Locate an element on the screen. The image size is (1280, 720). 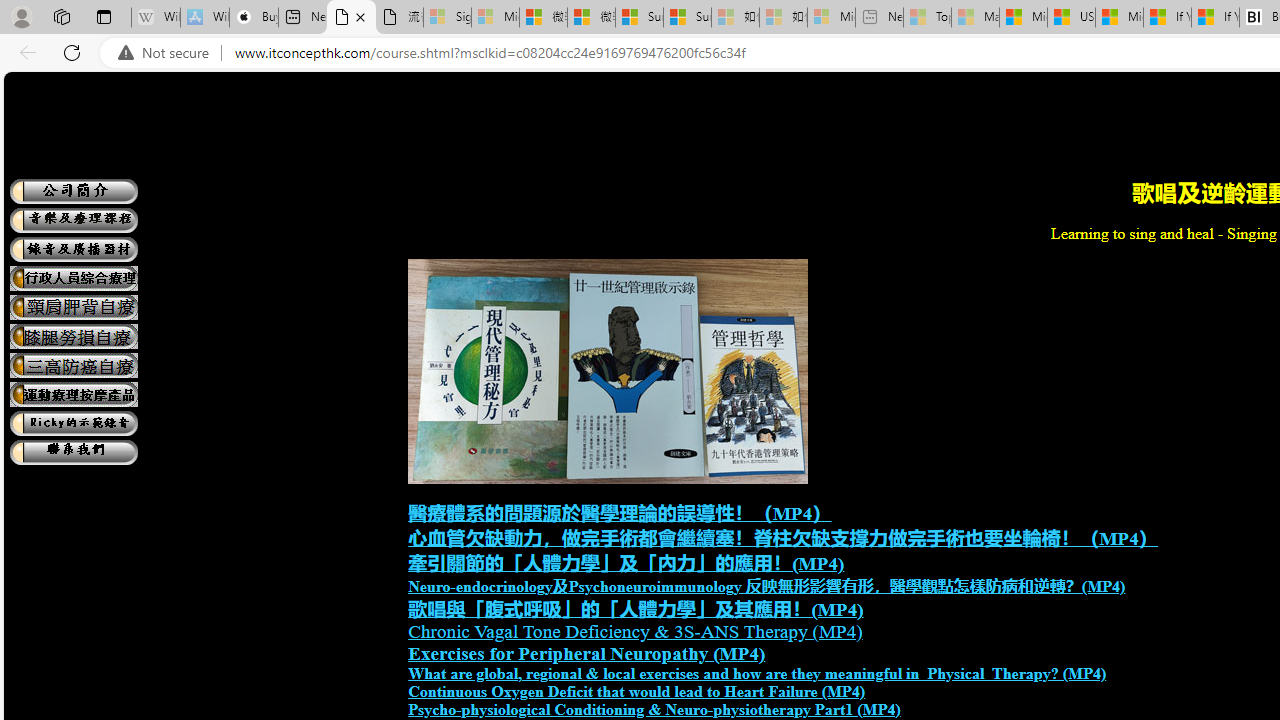
'Personal Profile' is located at coordinates (21, 16).